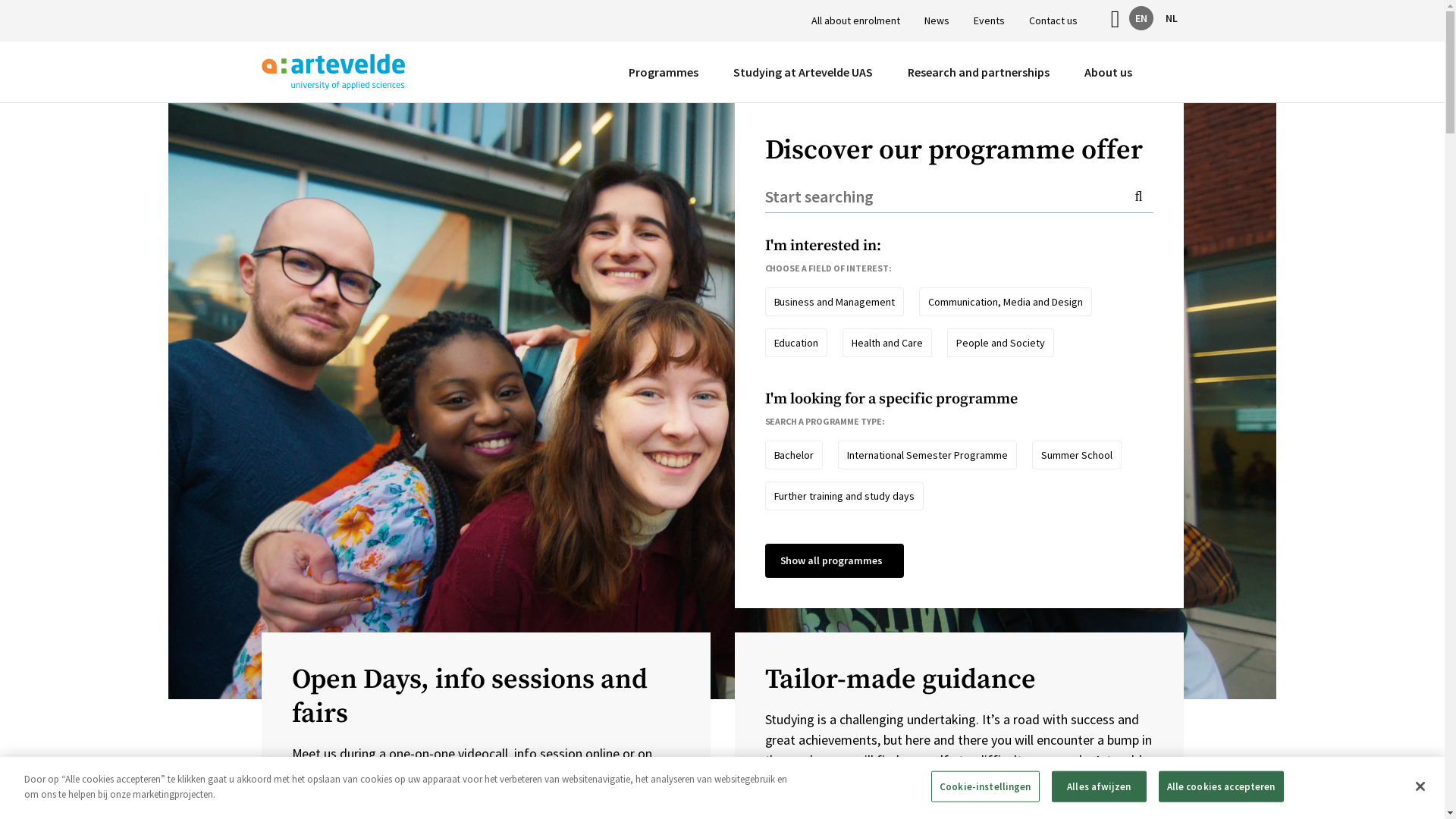 Image resolution: width=1456 pixels, height=819 pixels. Describe the element at coordinates (985, 786) in the screenshot. I see `'Cookie-instellingen'` at that location.